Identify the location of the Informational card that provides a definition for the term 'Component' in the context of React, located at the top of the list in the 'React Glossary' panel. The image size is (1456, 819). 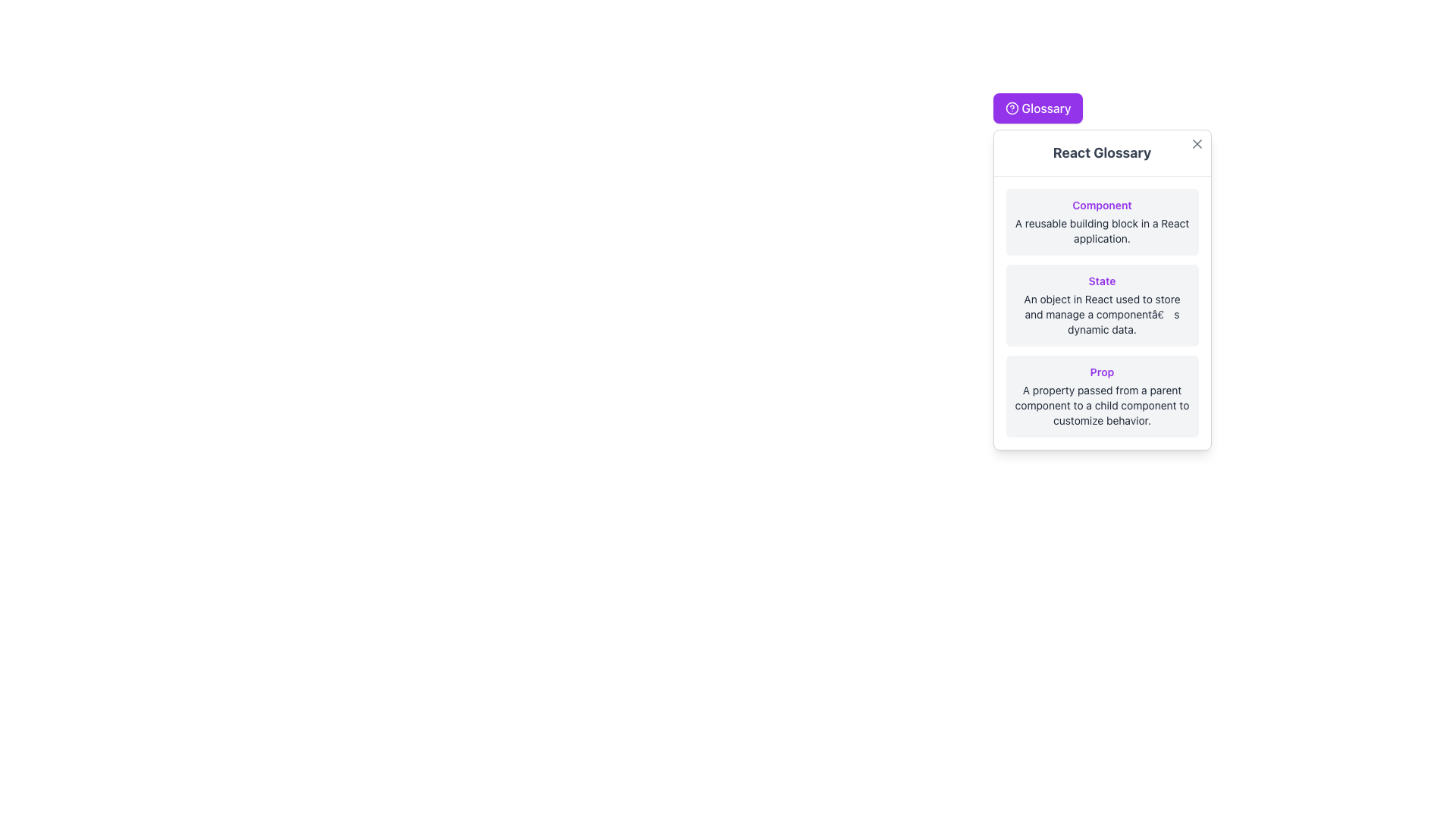
(1102, 222).